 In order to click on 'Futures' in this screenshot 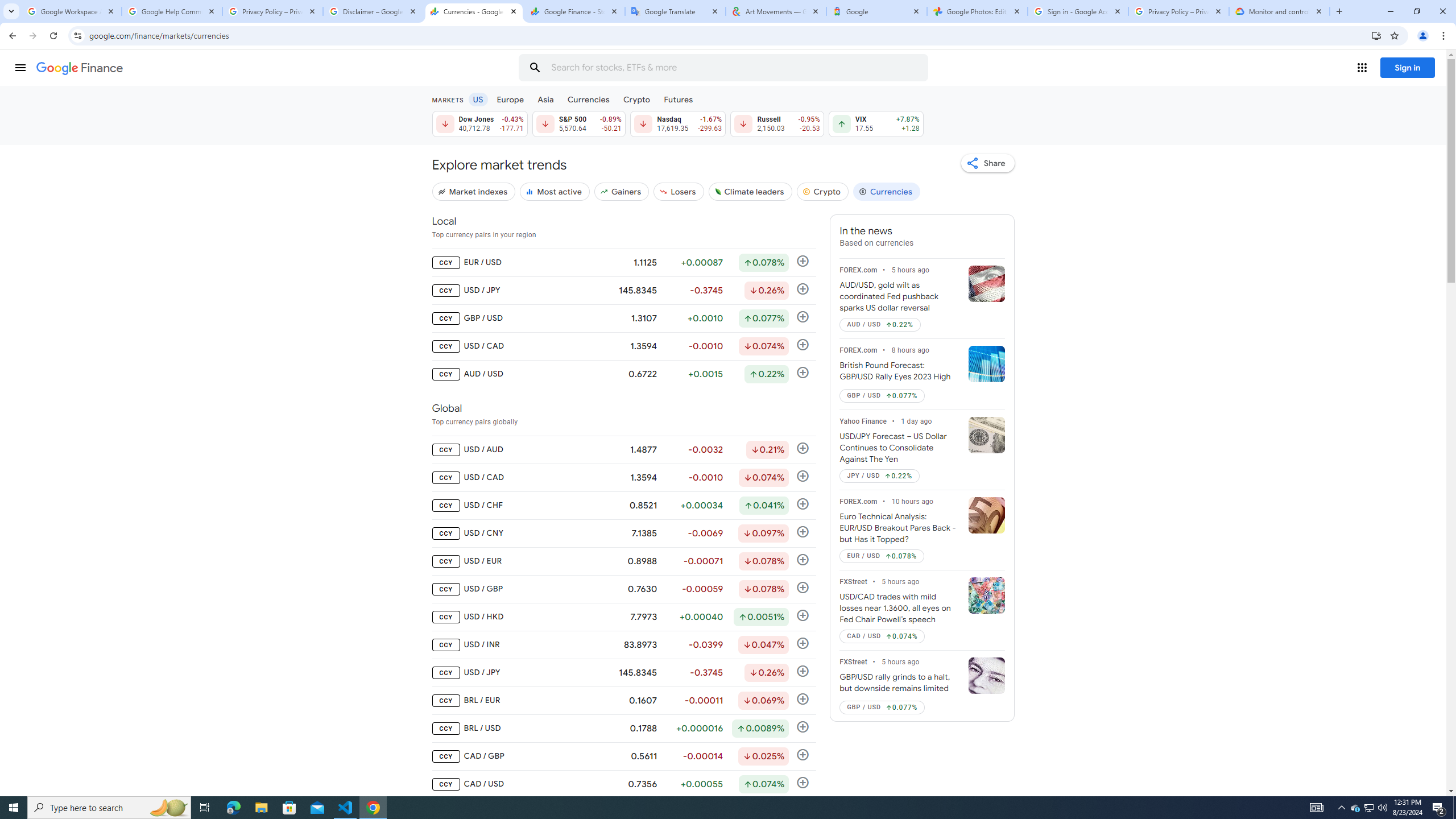, I will do `click(677, 98)`.